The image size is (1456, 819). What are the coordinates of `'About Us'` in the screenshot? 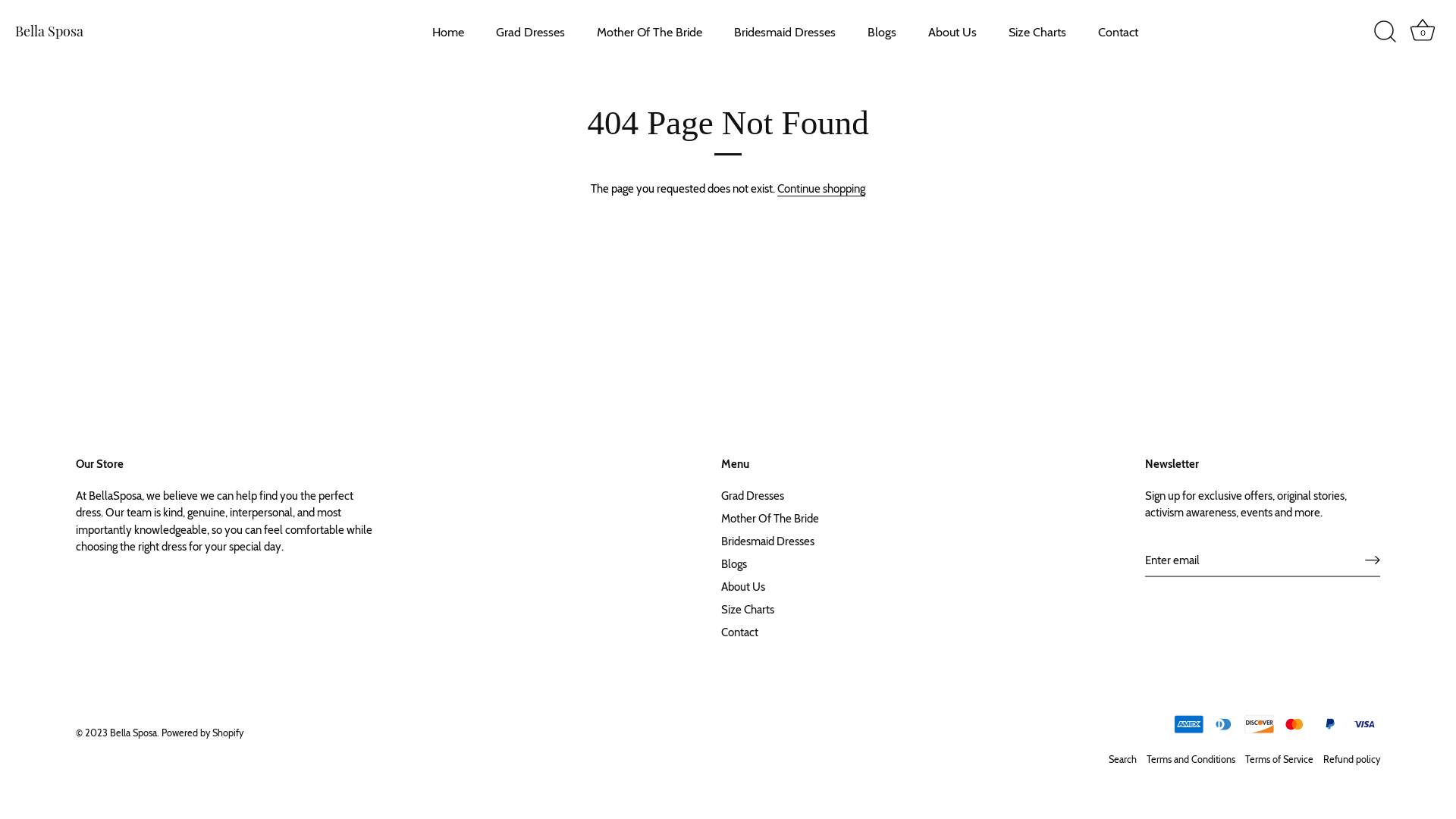 It's located at (742, 585).